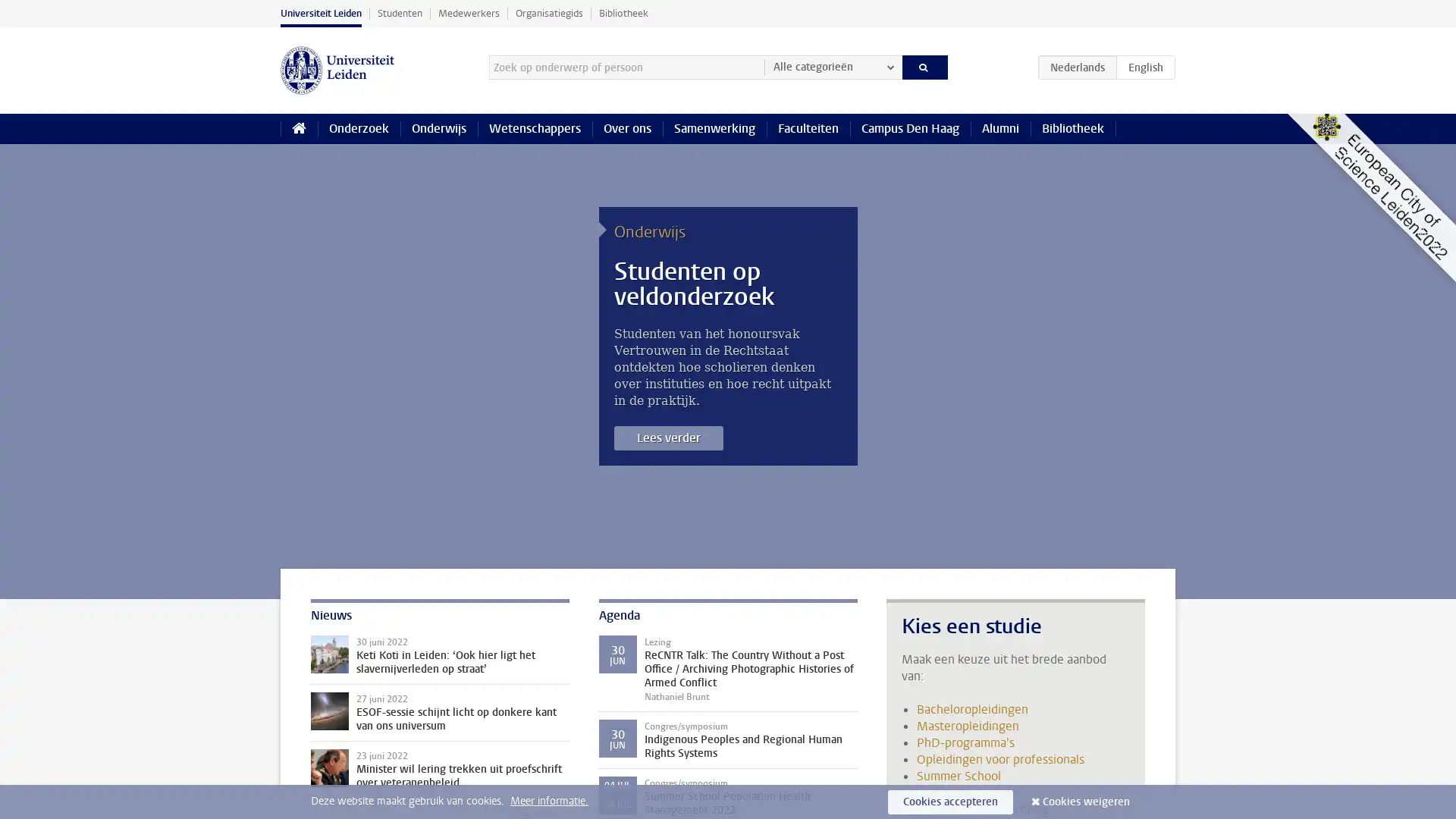 The width and height of the screenshot is (1456, 819). Describe the element at coordinates (949, 801) in the screenshot. I see `Cookies accepteren` at that location.